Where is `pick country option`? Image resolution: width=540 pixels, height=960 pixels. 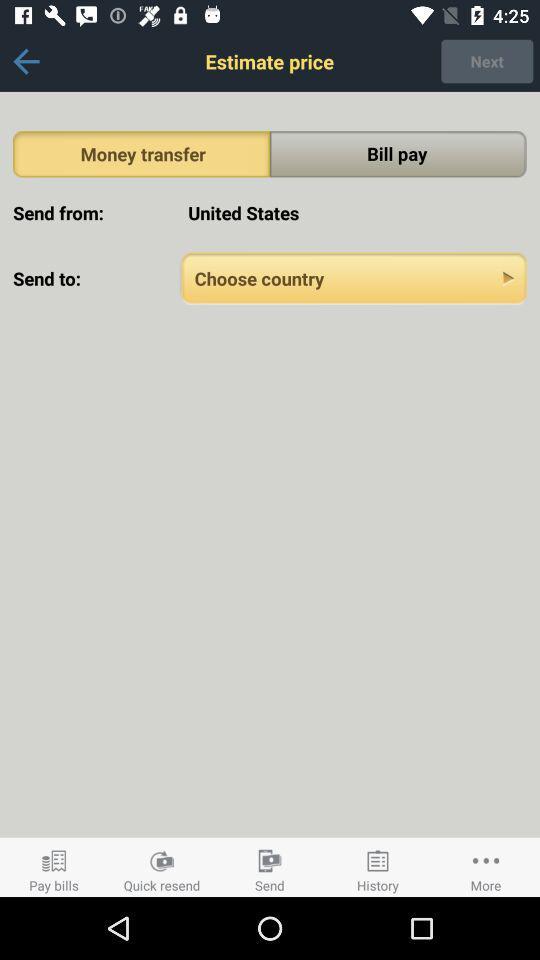
pick country option is located at coordinates (353, 277).